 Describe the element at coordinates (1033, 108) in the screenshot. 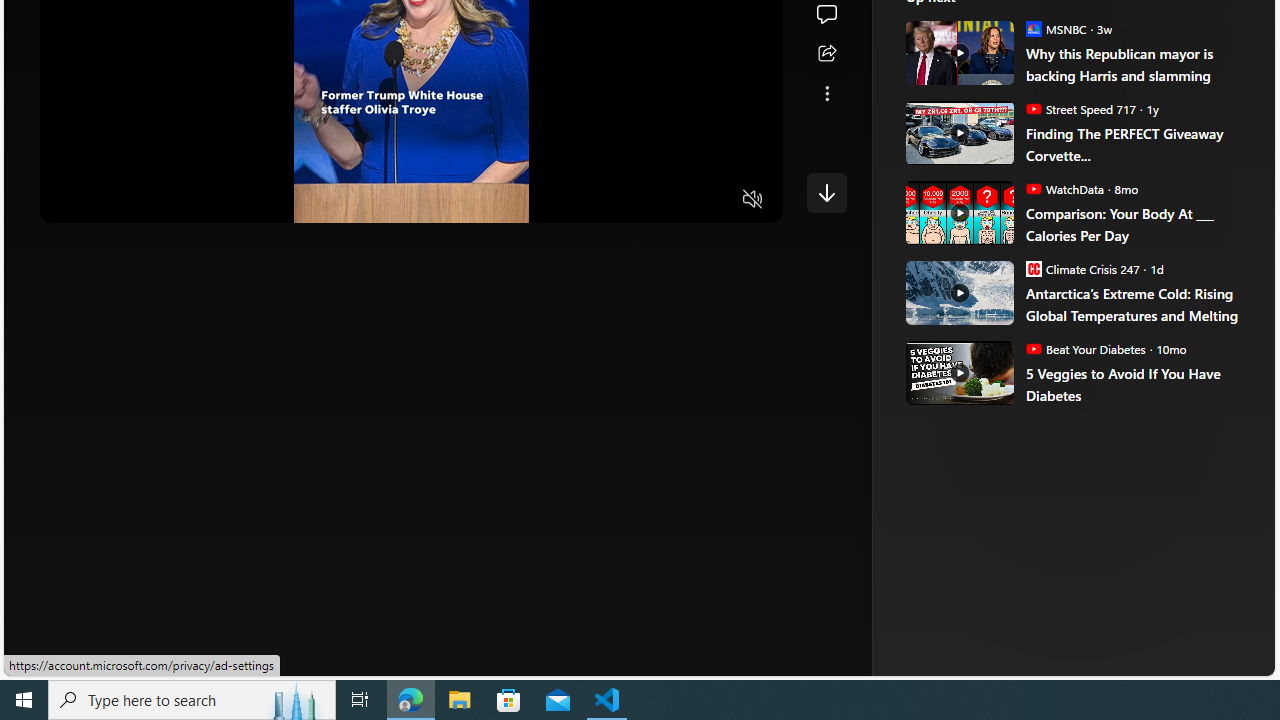

I see `'Street Speed 717'` at that location.